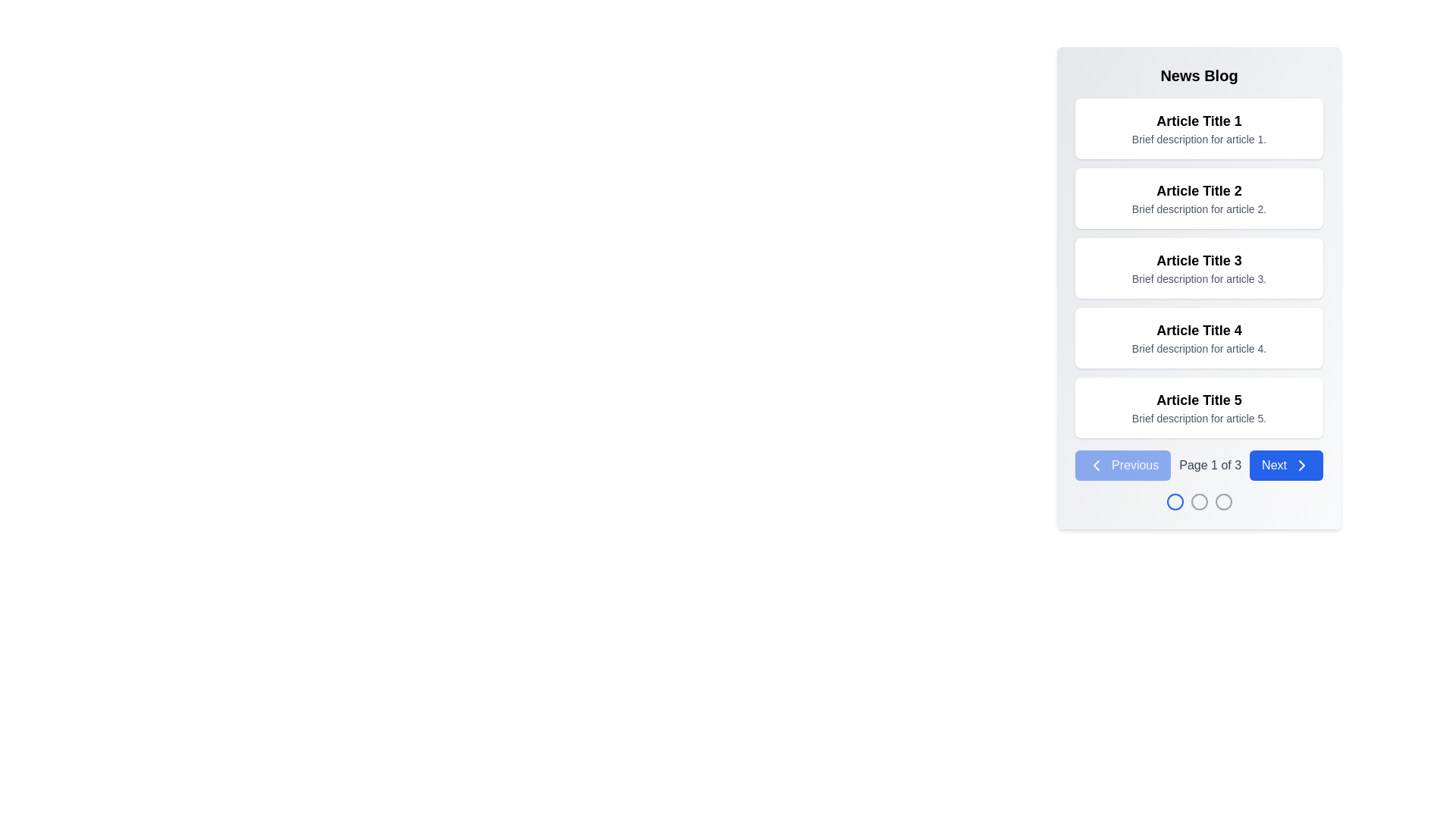  I want to click on the second gray circular icon in the pagination control, so click(1198, 502).